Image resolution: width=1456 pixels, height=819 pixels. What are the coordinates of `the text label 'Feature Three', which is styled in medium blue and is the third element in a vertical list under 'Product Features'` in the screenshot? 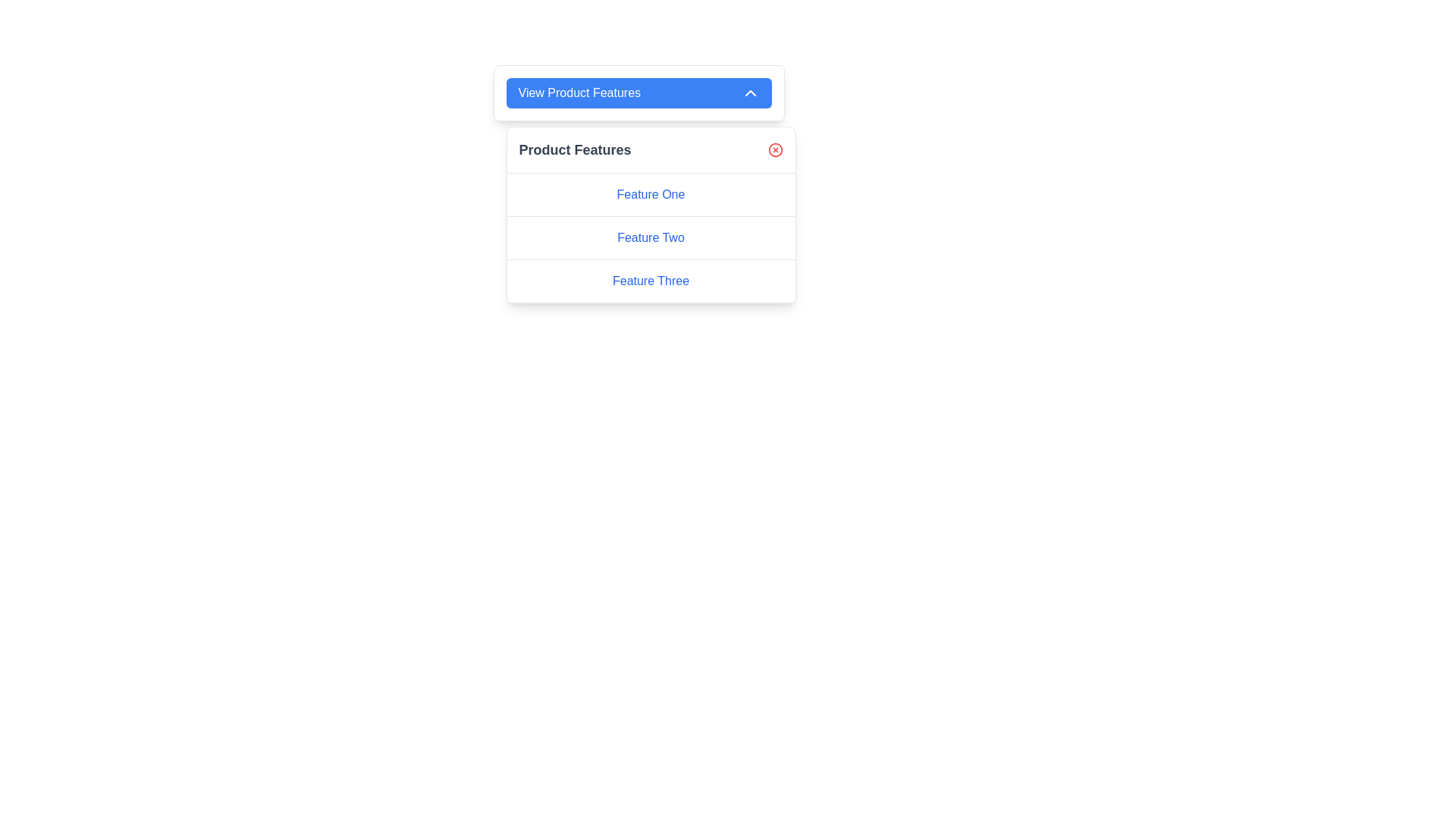 It's located at (651, 281).